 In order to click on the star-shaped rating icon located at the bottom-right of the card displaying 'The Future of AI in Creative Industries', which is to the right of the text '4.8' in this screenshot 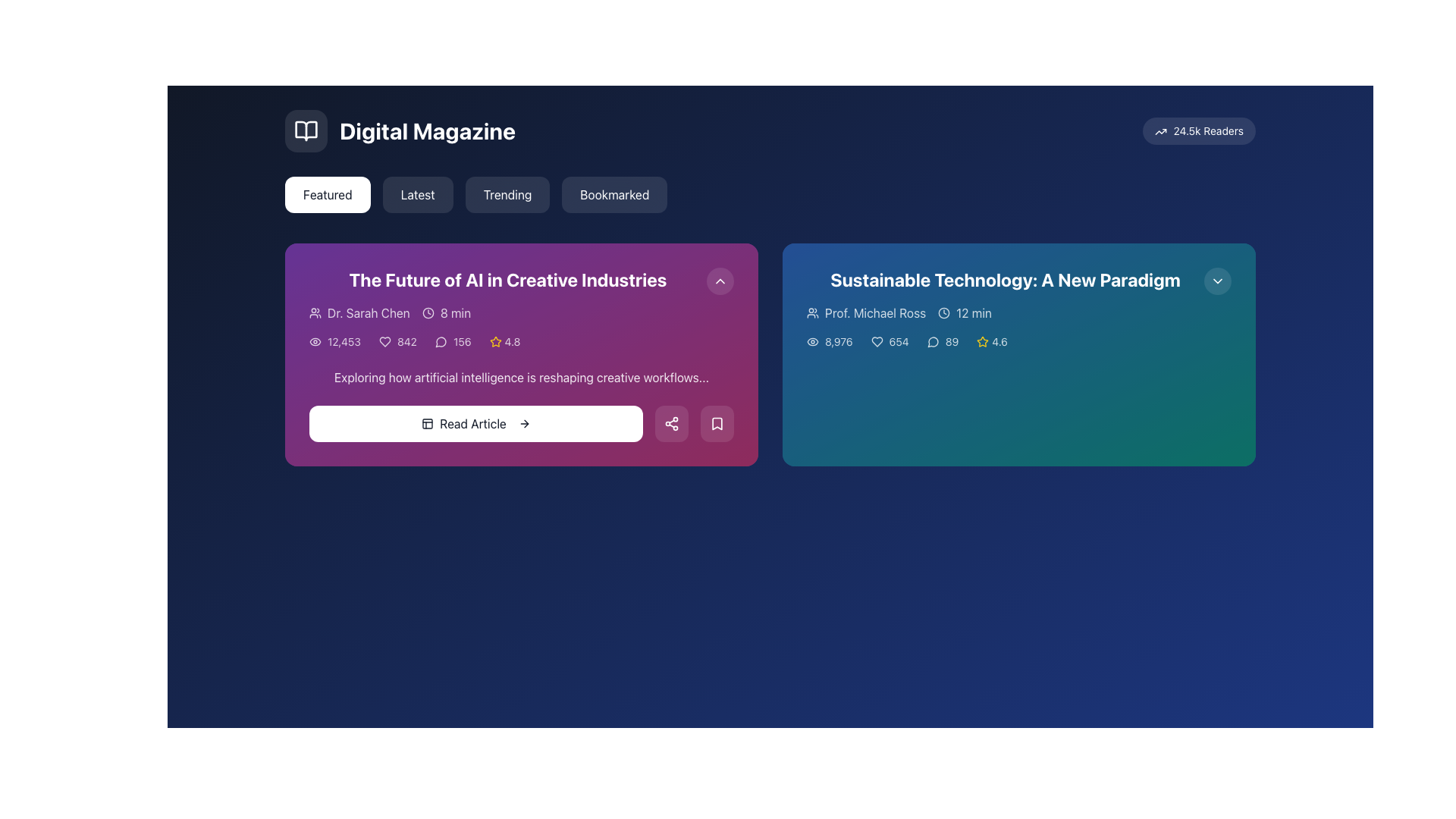, I will do `click(495, 342)`.